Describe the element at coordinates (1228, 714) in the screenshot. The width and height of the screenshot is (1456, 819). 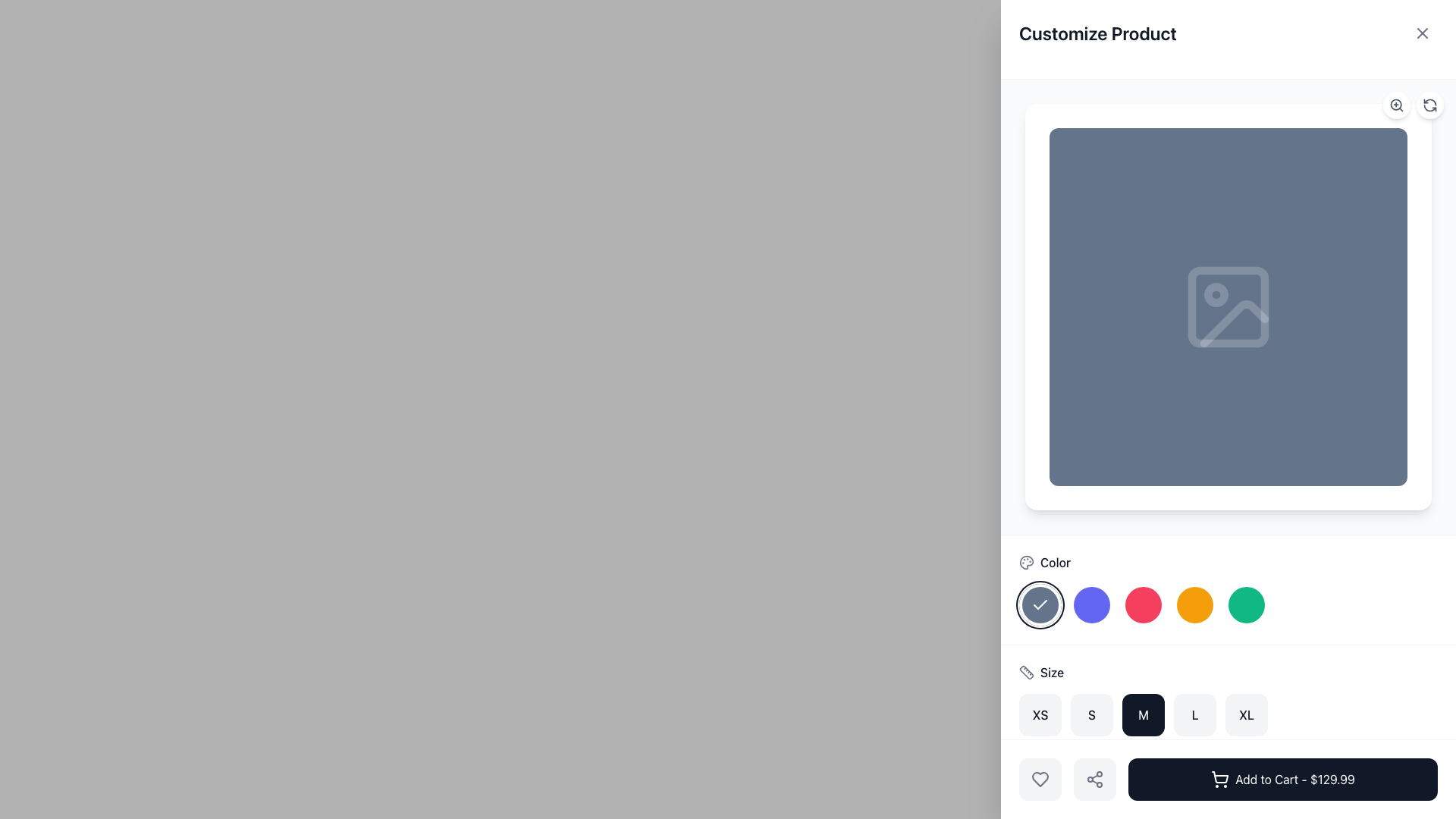
I see `the 'XL' size selector button located in the 'Size' section, which is the last option in the horizontal list of size buttons` at that location.